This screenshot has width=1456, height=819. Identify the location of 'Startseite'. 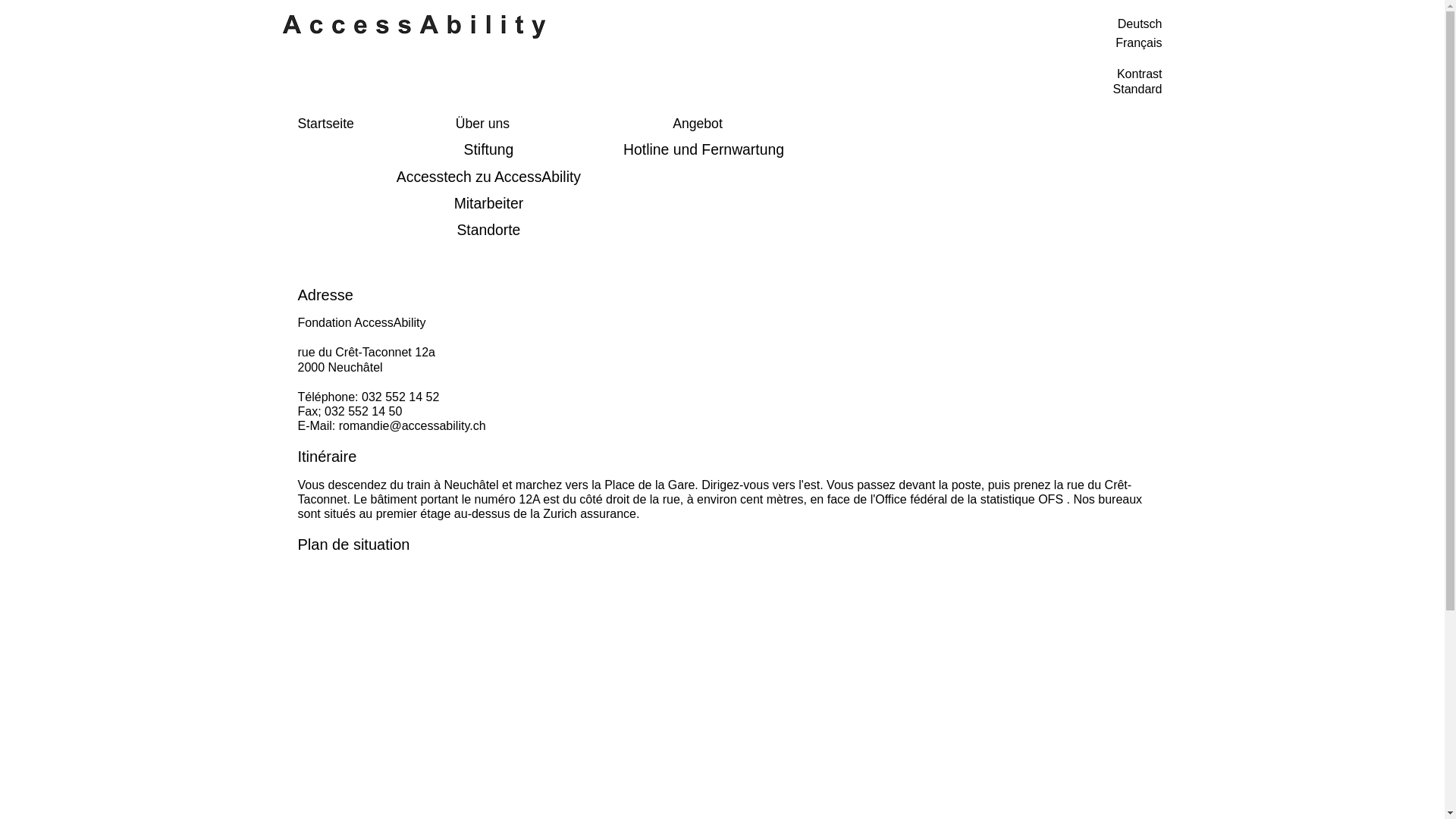
(324, 124).